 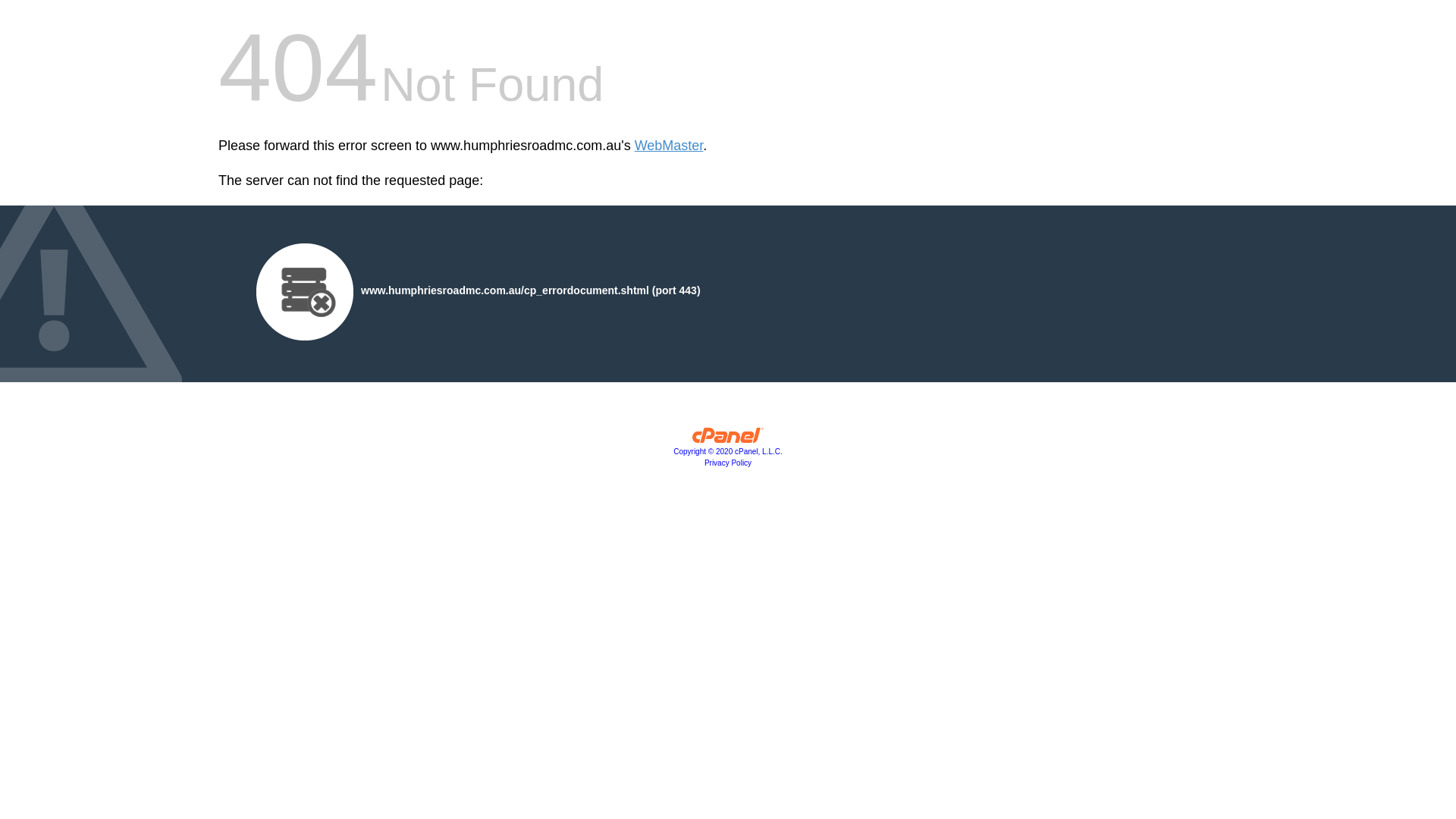 I want to click on 'WebMaster', so click(x=668, y=146).